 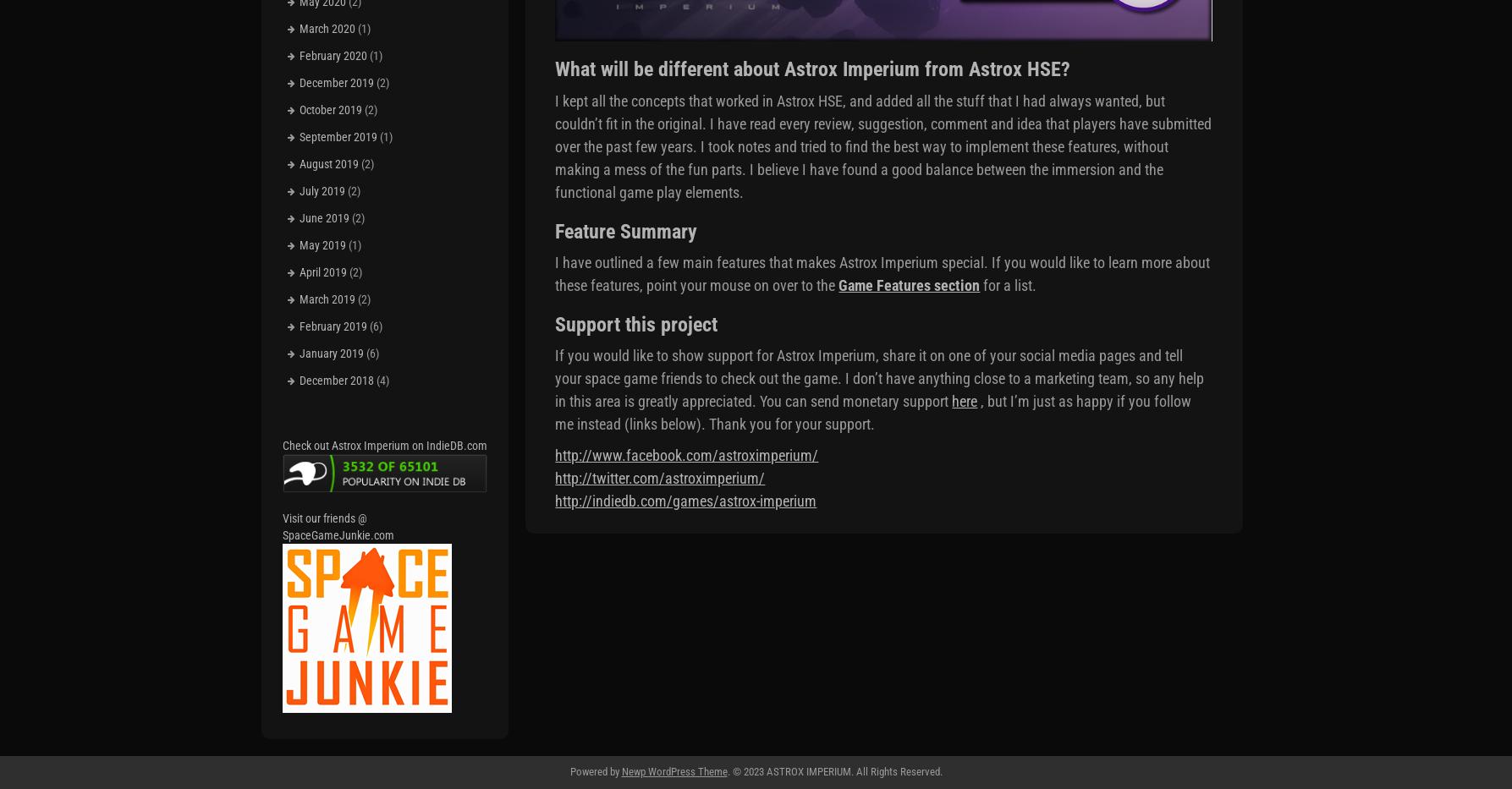 What do you see at coordinates (685, 501) in the screenshot?
I see `'http://indiedb.com/games/astrox-imperium'` at bounding box center [685, 501].